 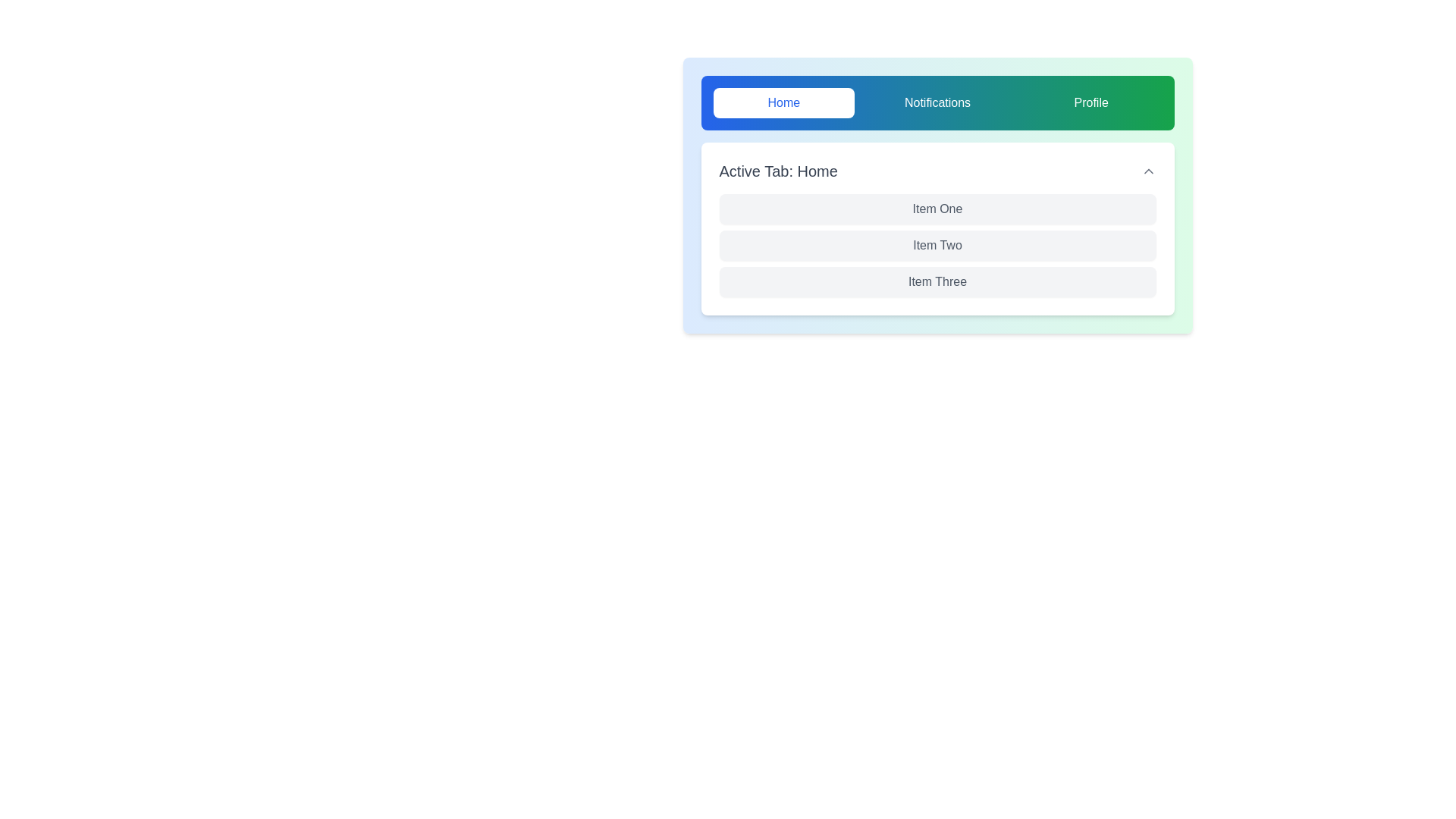 What do you see at coordinates (783, 102) in the screenshot?
I see `the 'Home' navigation button located at the leftmost side of the navigation bar to trigger potential hover effects` at bounding box center [783, 102].